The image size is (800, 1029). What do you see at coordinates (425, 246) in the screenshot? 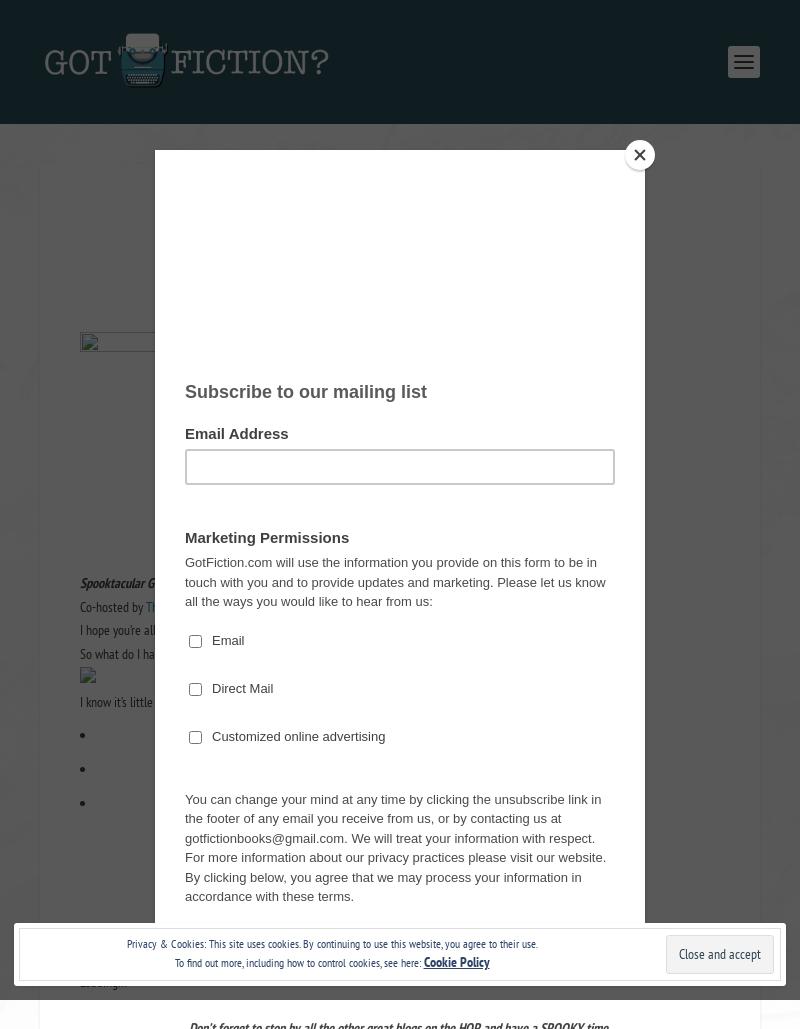
I see `'Book Giveaway'` at bounding box center [425, 246].